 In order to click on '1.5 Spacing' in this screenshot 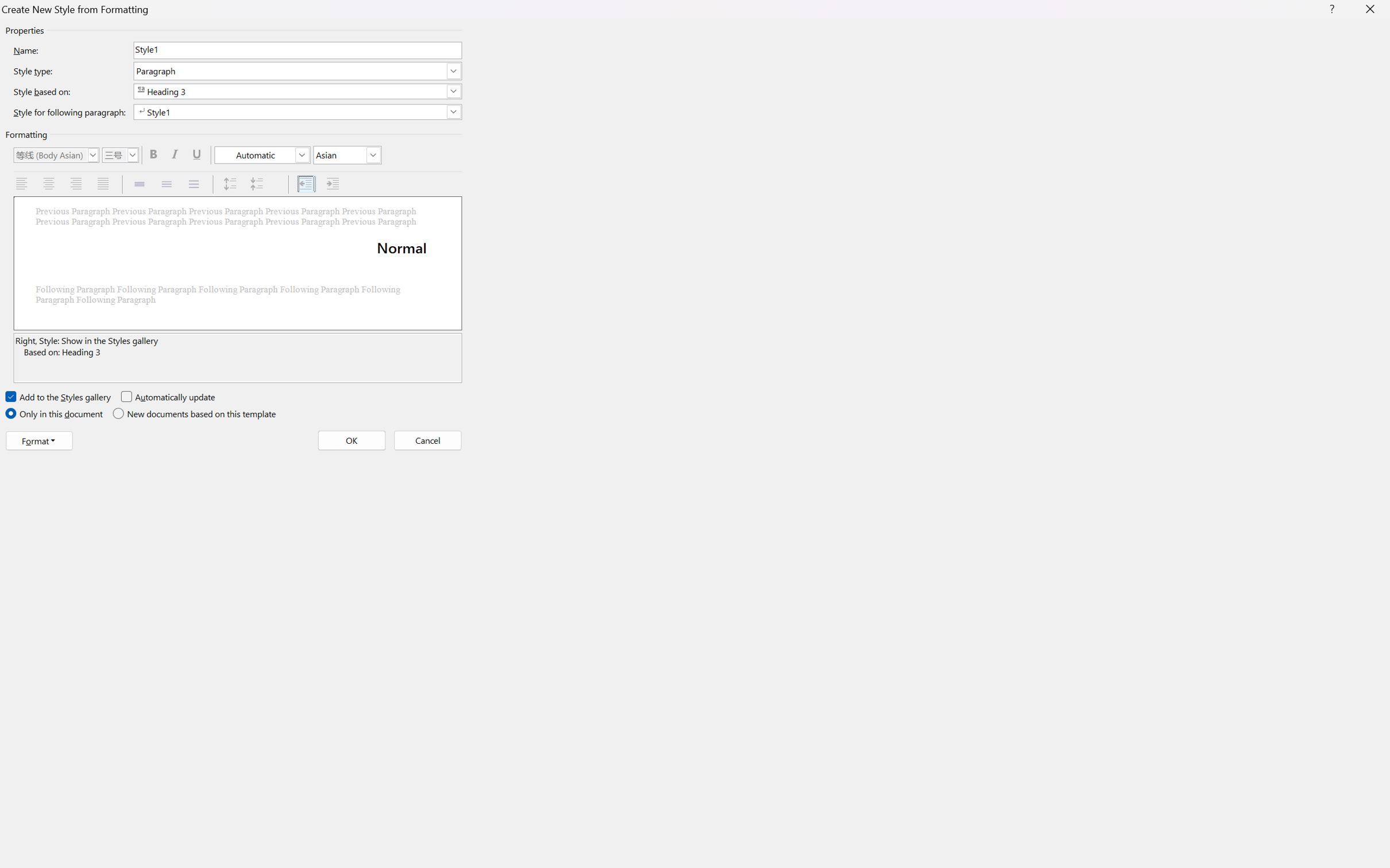, I will do `click(167, 184)`.